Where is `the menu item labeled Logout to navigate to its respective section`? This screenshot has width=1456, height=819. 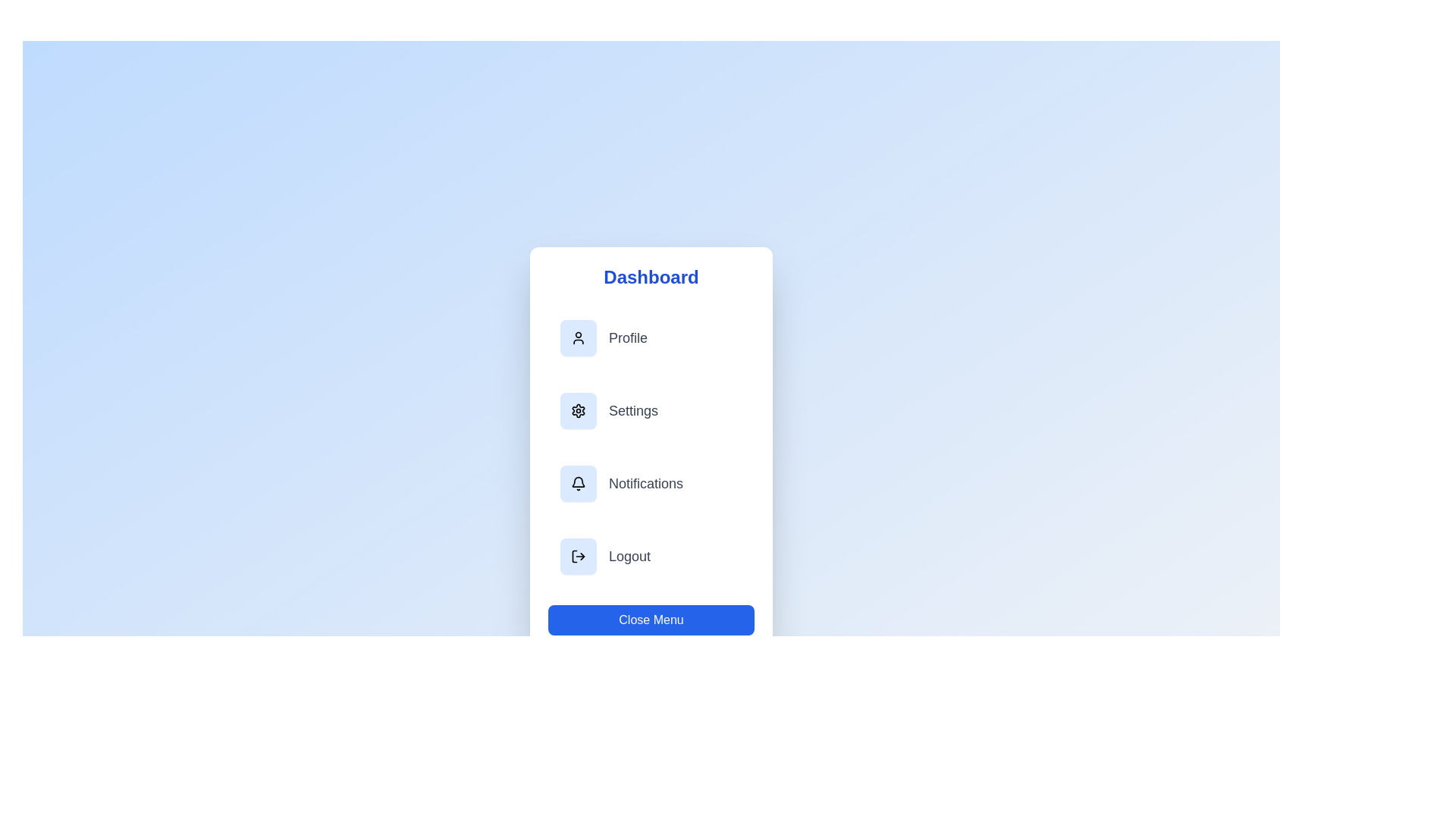 the menu item labeled Logout to navigate to its respective section is located at coordinates (651, 556).